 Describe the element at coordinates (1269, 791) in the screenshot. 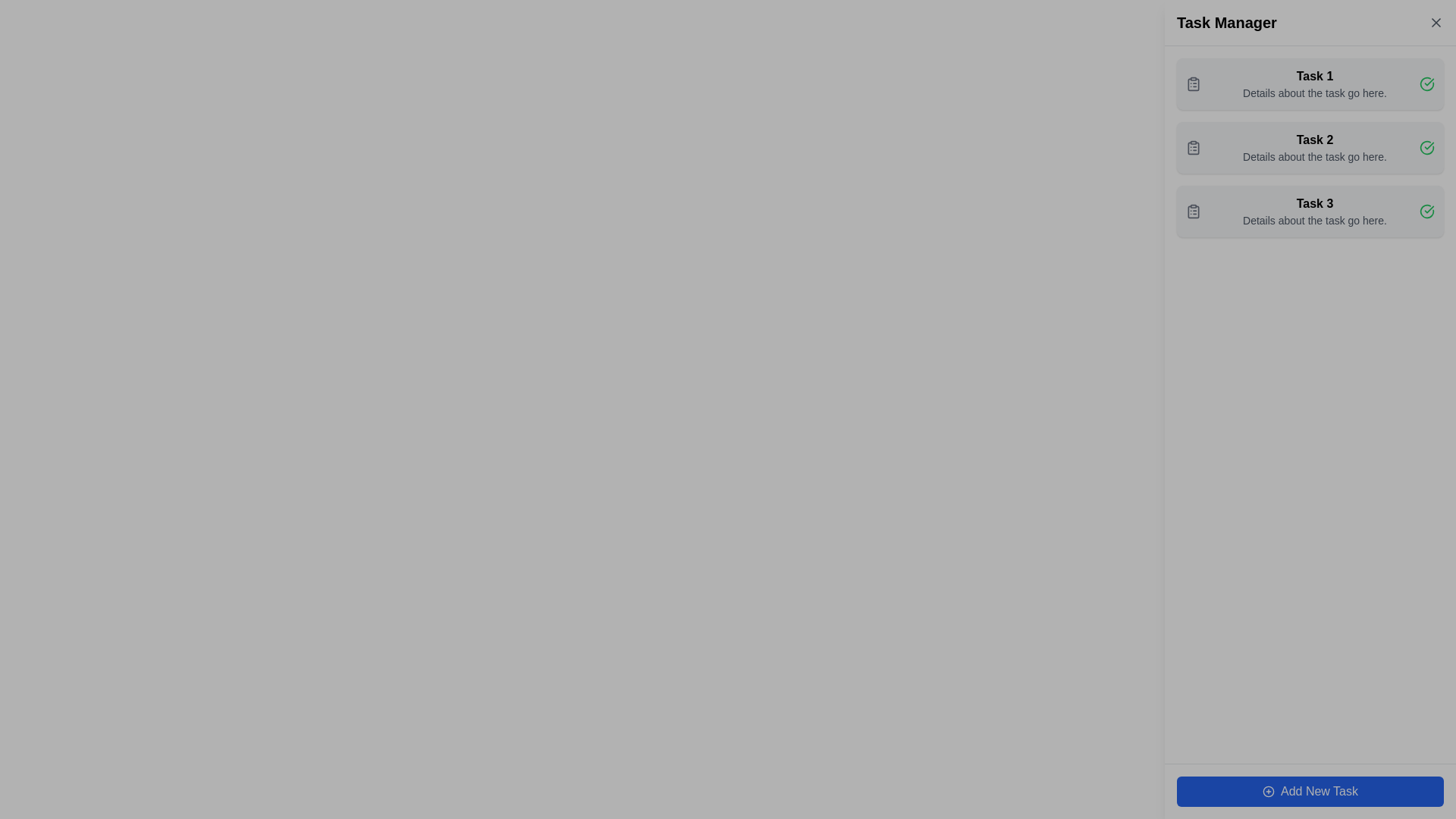

I see `the 'Add New Task' icon located to the left of the 'Add New Task' label on the button with a vibrant blue background at the bottom-right corner of the interface` at that location.